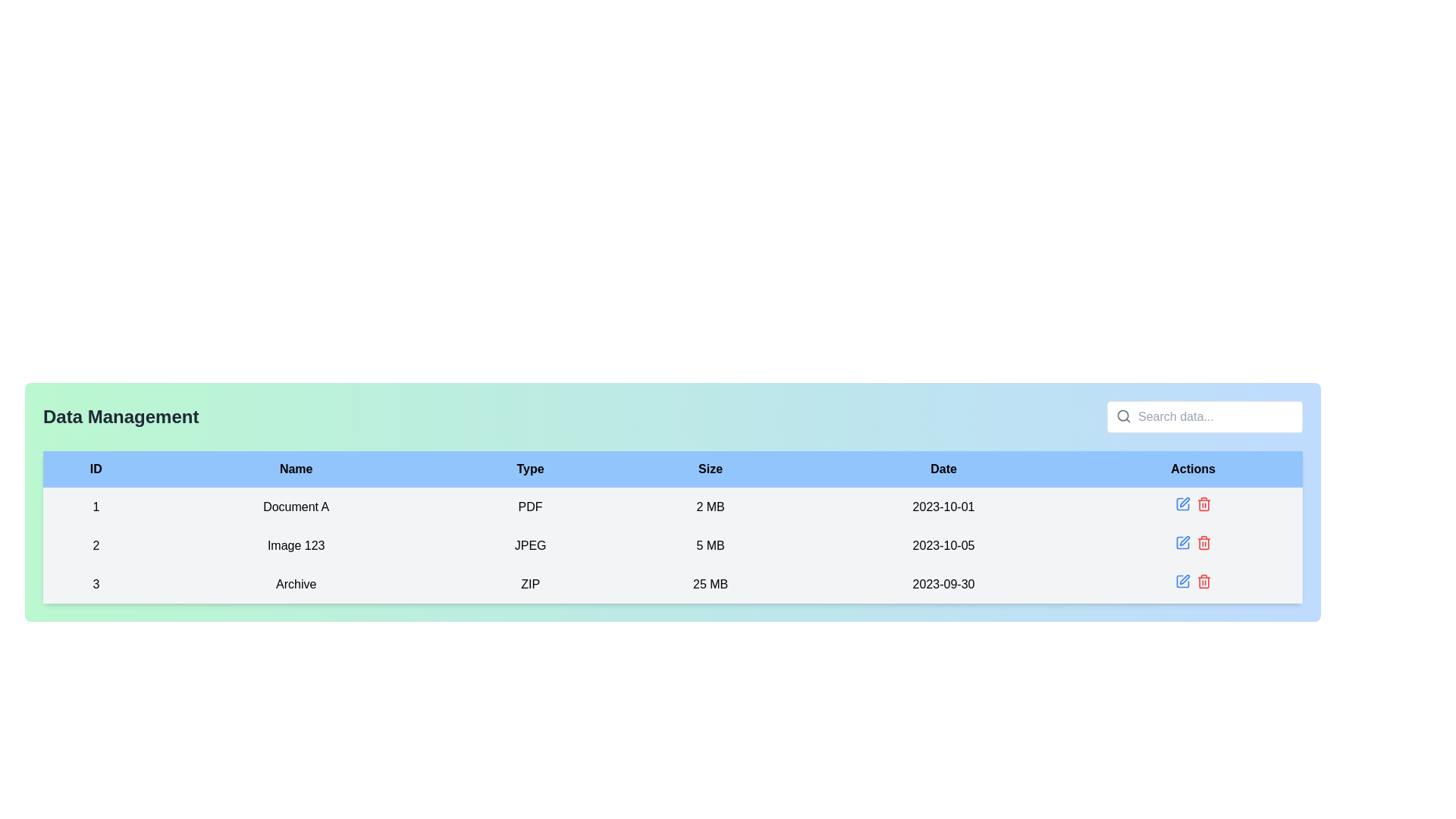 The width and height of the screenshot is (1456, 819). Describe the element at coordinates (1203, 504) in the screenshot. I see `the Delete button with an icon located in the 'Actions' column of the second row in the data table to initiate the deletion process` at that location.